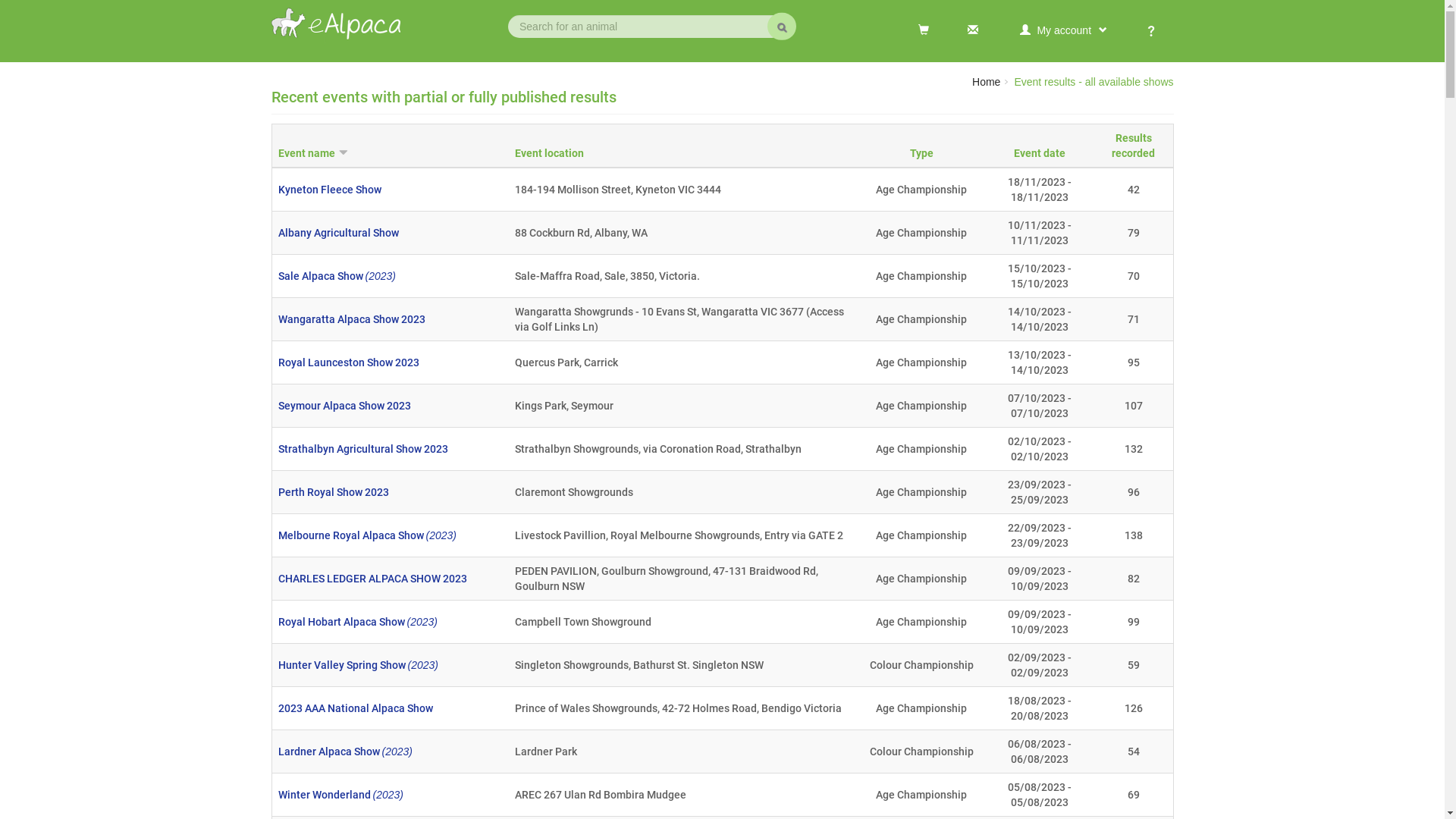  Describe the element at coordinates (328, 189) in the screenshot. I see `'Kyneton Fleece Show'` at that location.